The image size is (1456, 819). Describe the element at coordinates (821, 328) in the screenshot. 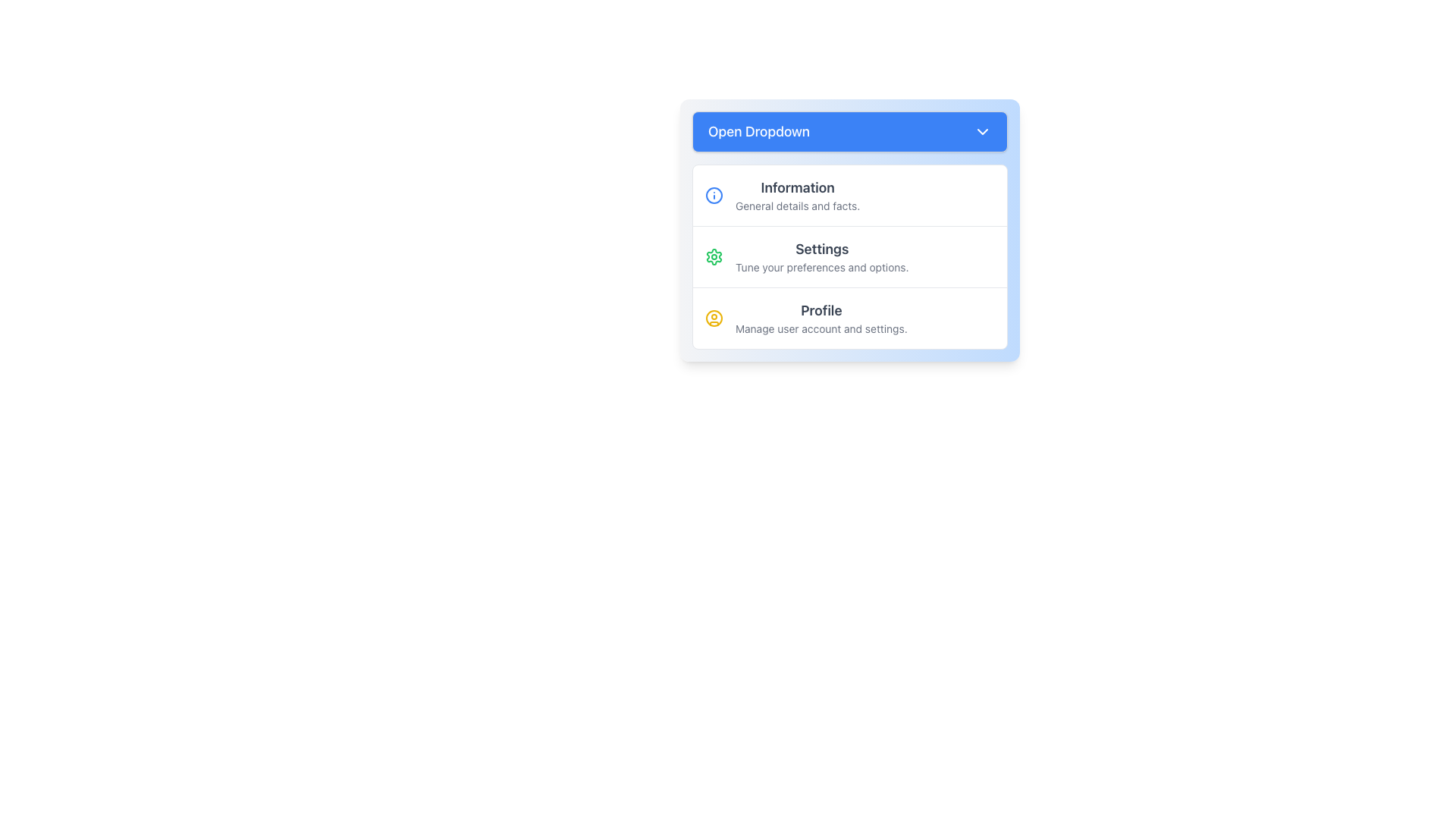

I see `the informational text that provides guidance about the 'Profile' section, located directly below the 'Profile' heading in the dropdown` at that location.